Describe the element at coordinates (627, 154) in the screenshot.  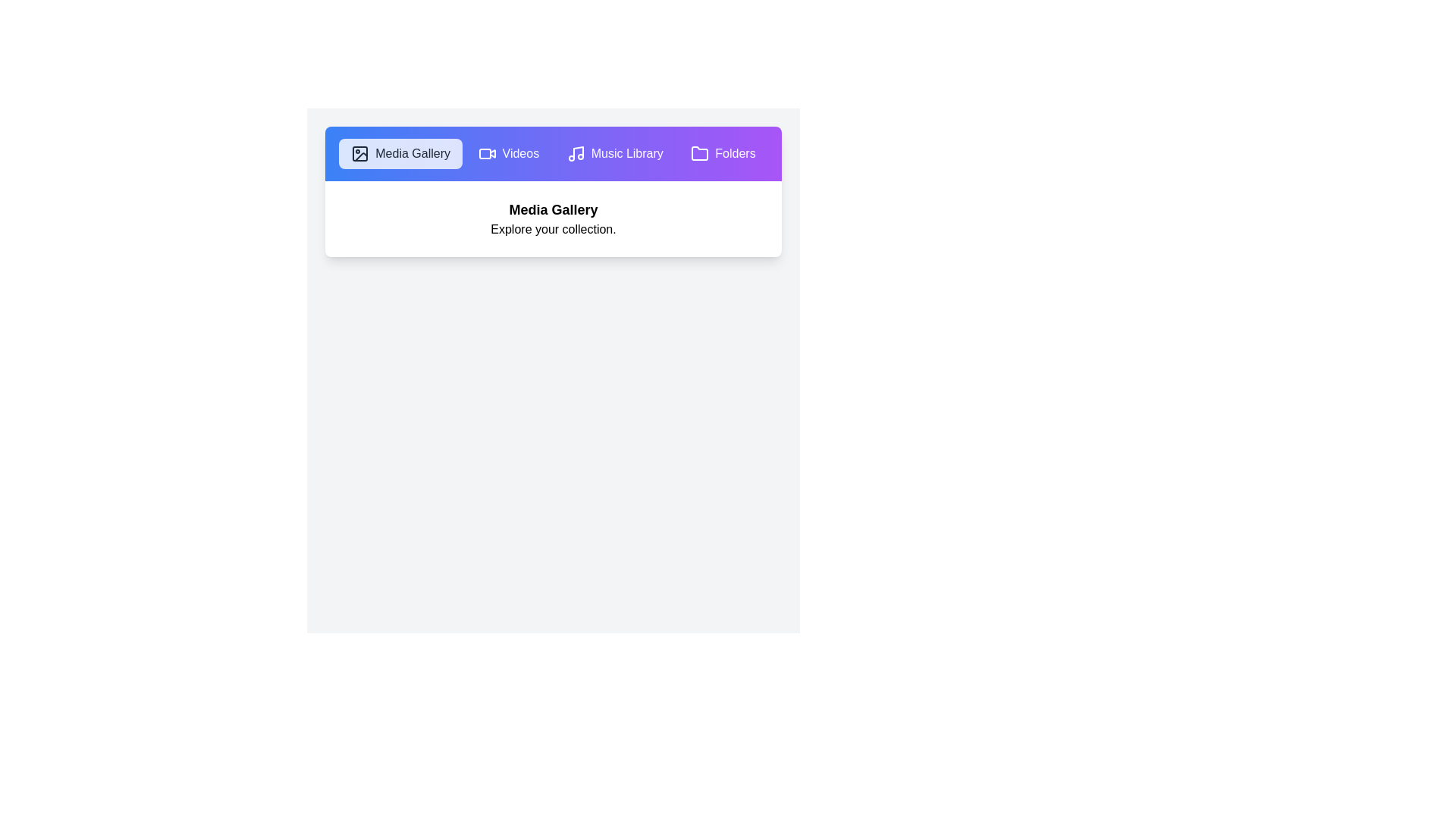
I see `text displayed in the 'Music Library' text label, which is styled in white color on a purple background and is part of the navigation bar` at that location.